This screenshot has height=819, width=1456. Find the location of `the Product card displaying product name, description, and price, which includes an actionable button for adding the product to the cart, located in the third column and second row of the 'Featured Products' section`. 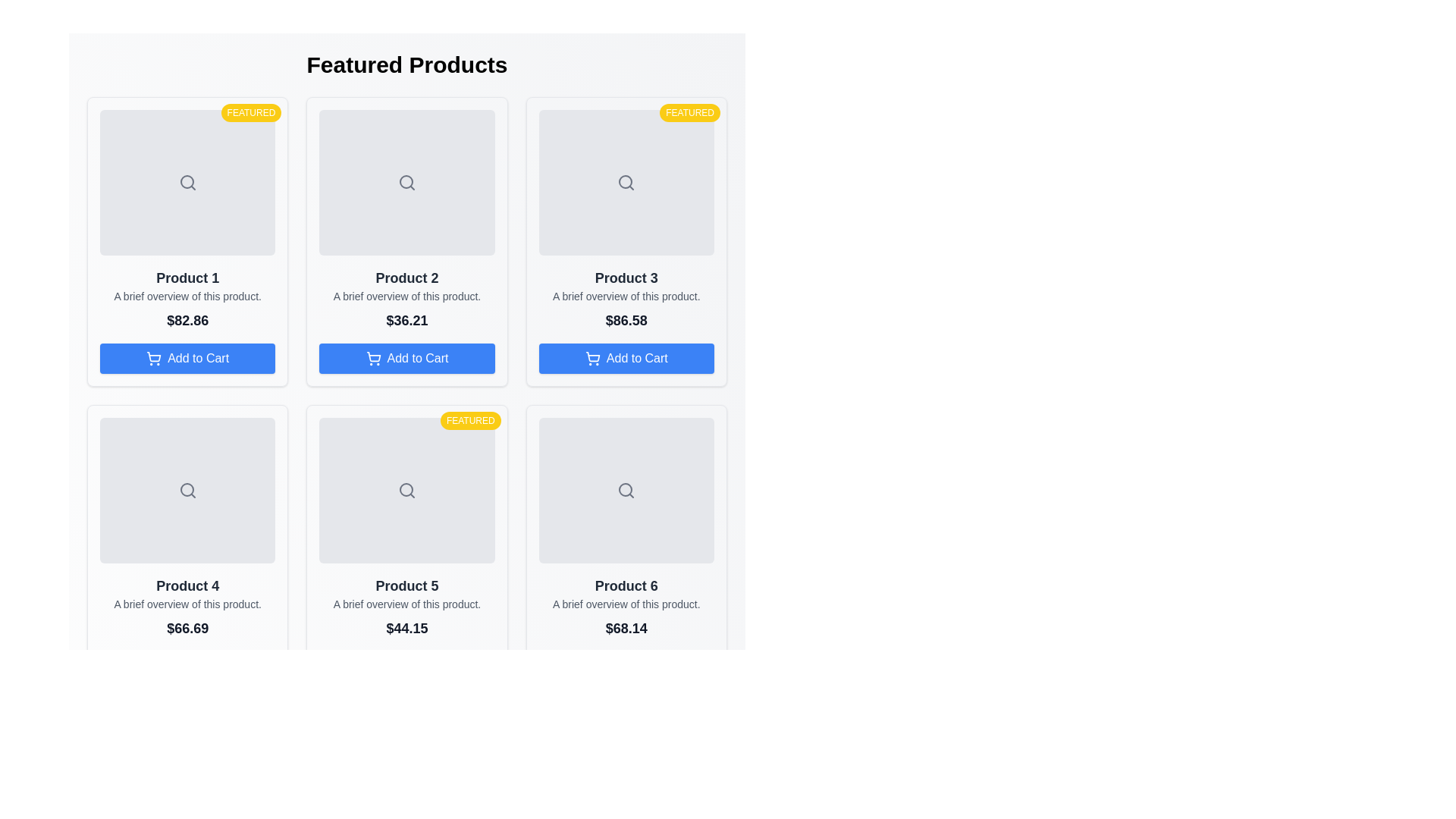

the Product card displaying product name, description, and price, which includes an actionable button for adding the product to the cart, located in the third column and second row of the 'Featured Products' section is located at coordinates (626, 550).